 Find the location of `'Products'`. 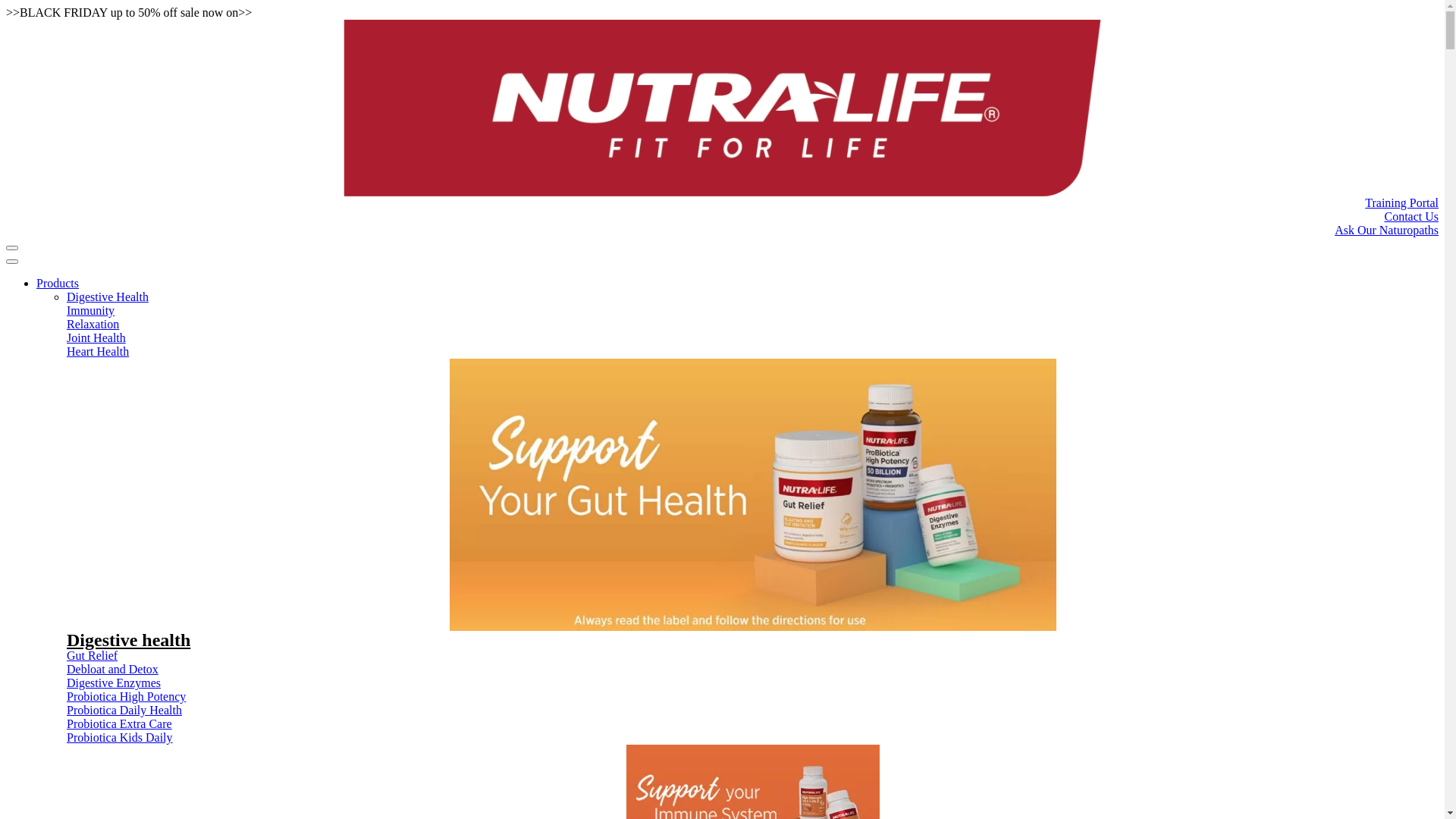

'Products' is located at coordinates (58, 283).